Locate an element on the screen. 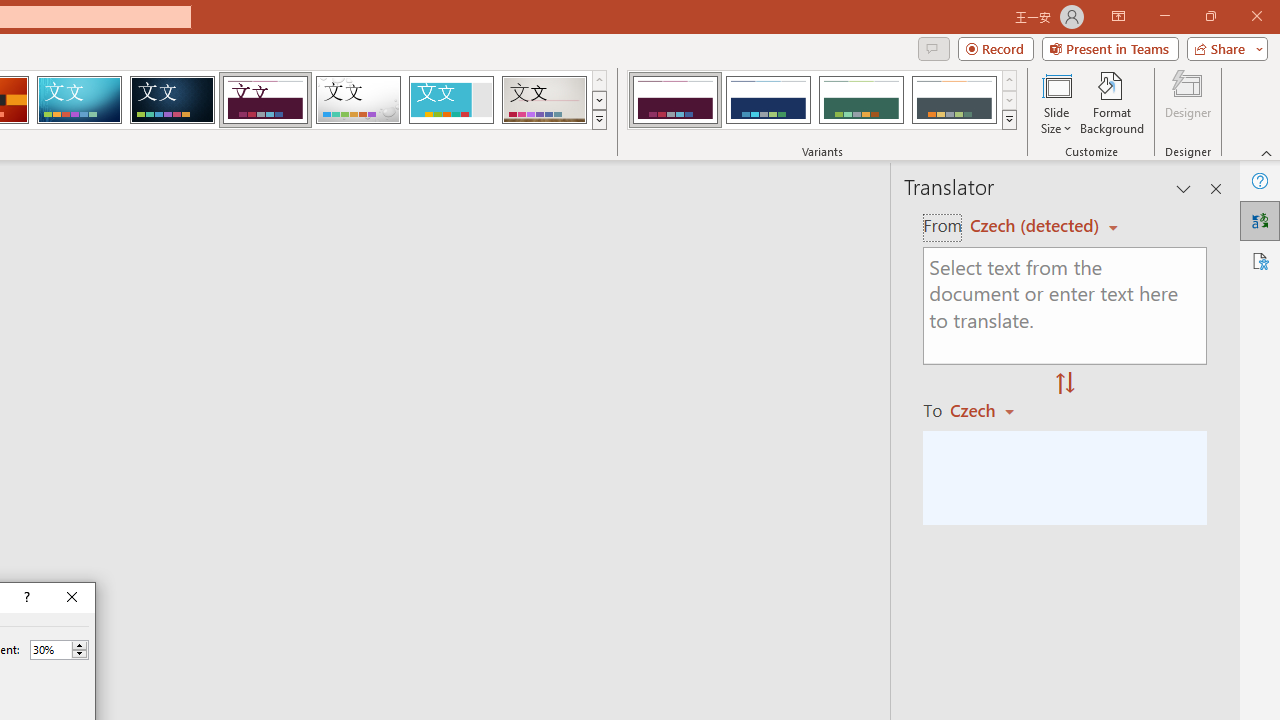  'Dividend' is located at coordinates (264, 100).